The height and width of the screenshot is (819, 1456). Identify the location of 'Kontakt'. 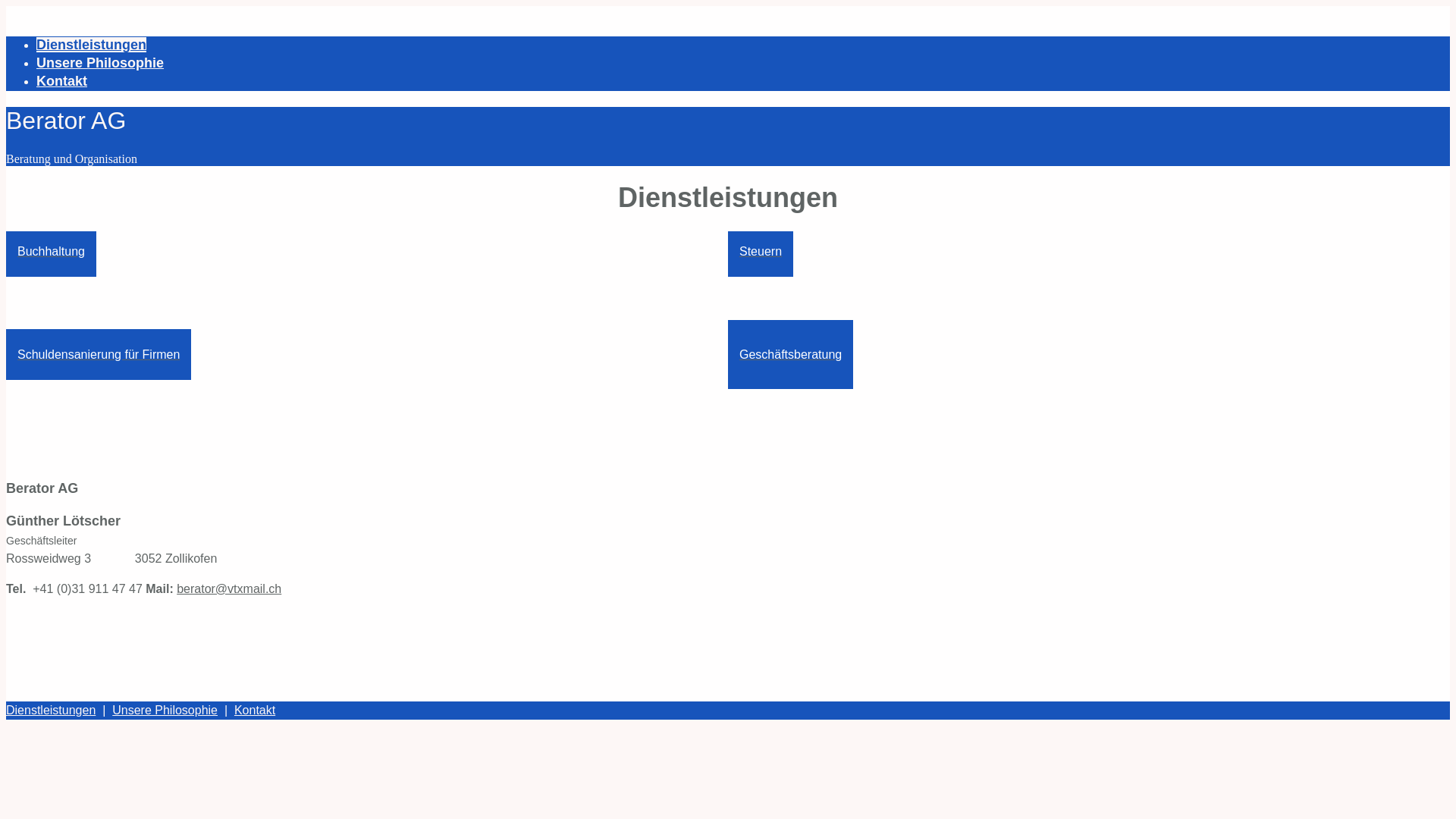
(61, 81).